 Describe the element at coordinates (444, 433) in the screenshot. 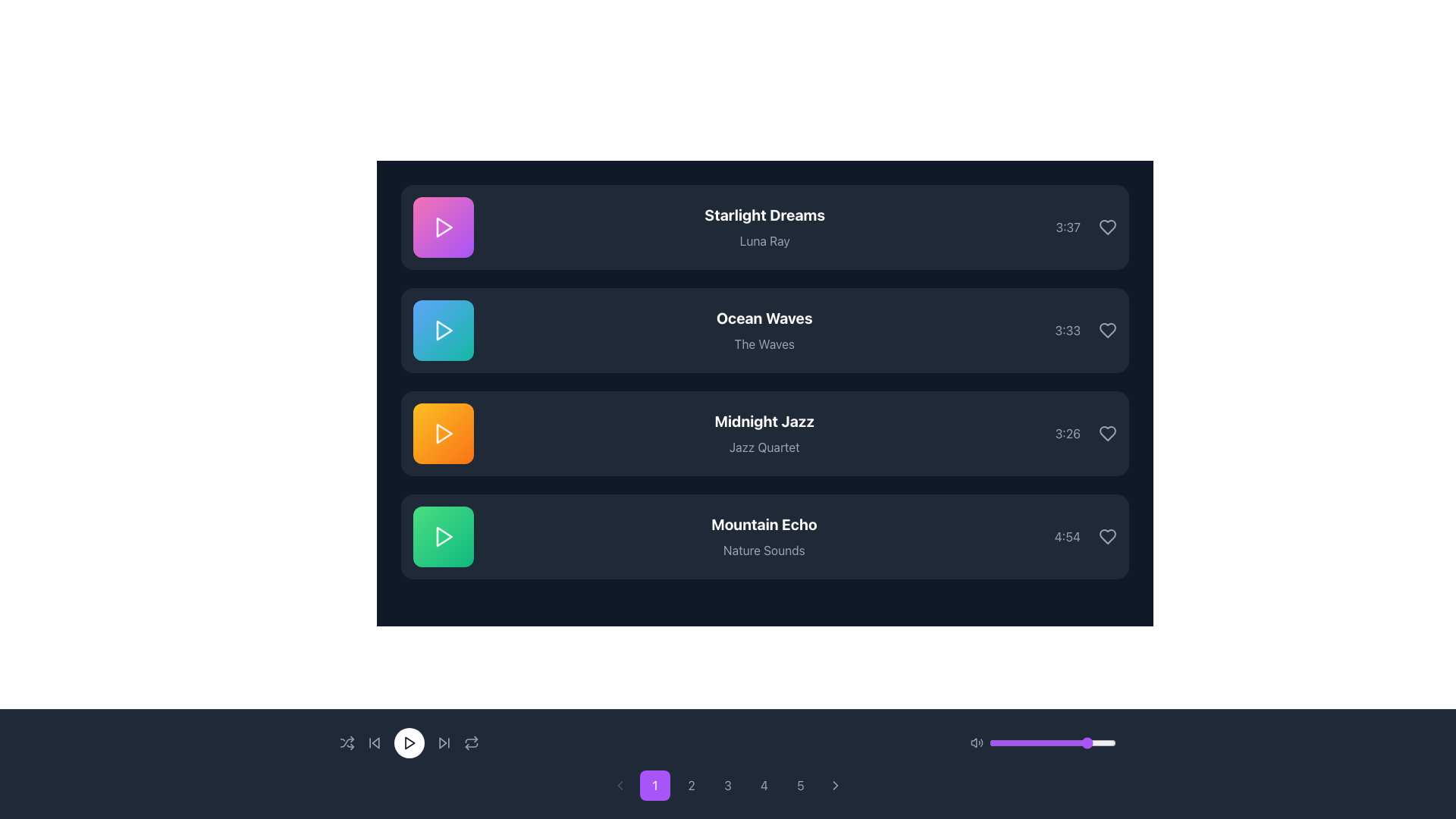

I see `the triangular play button for the 'Midnight Jazz' track` at that location.